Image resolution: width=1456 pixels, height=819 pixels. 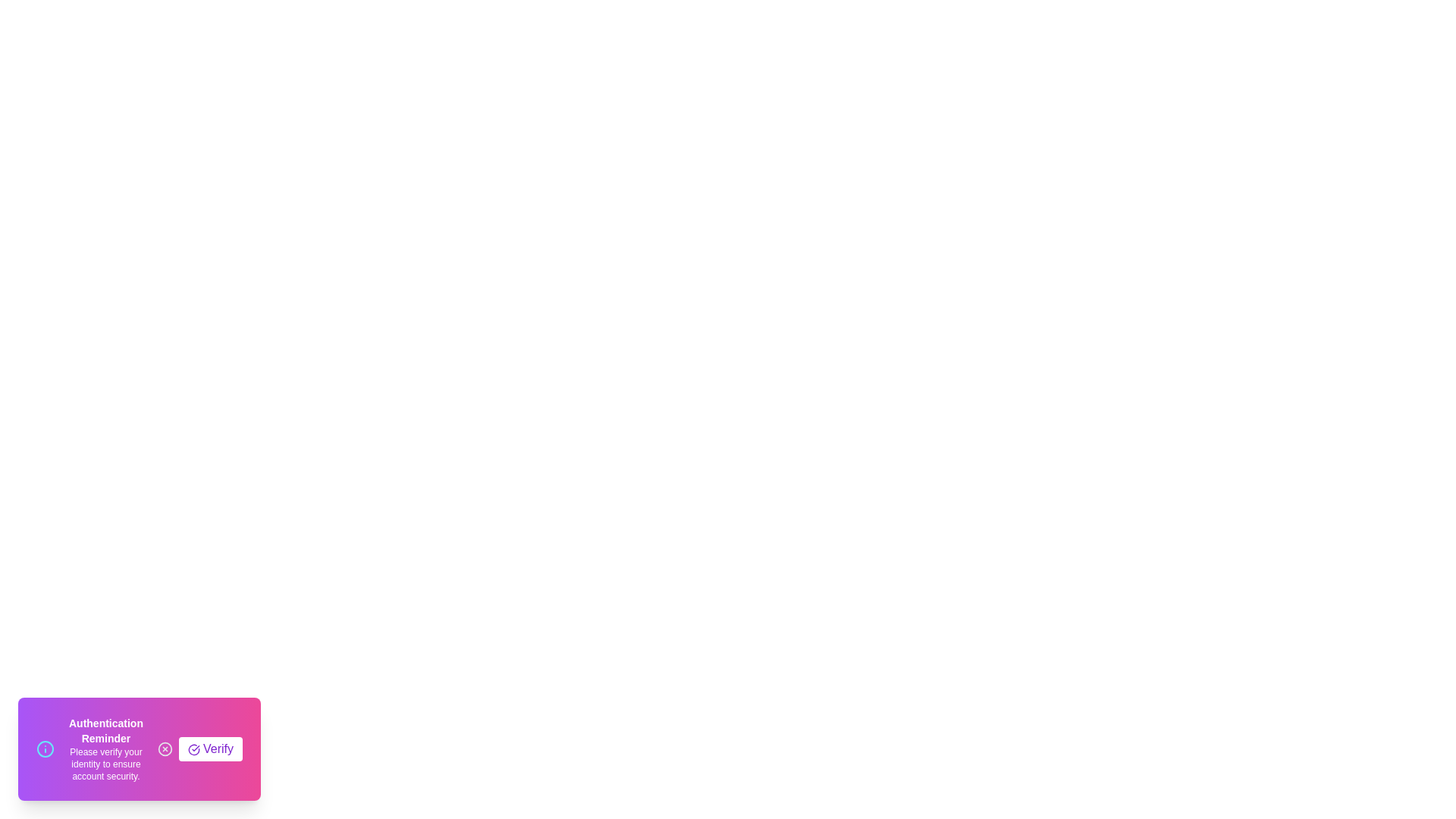 I want to click on the information icon to examine its details, so click(x=45, y=748).